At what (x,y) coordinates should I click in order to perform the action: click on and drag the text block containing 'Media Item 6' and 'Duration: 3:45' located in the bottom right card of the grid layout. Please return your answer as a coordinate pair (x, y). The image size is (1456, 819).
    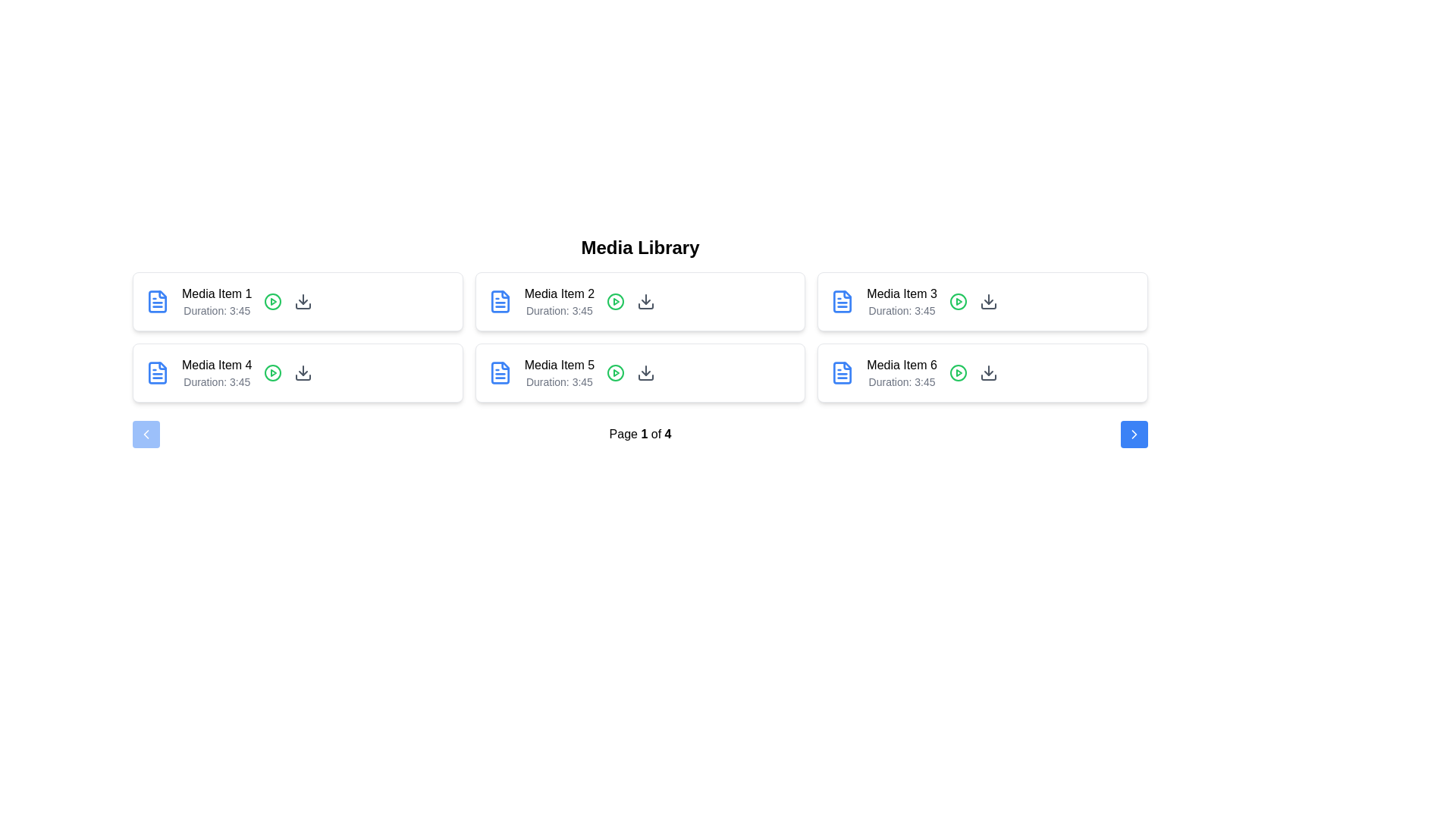
    Looking at the image, I should click on (902, 373).